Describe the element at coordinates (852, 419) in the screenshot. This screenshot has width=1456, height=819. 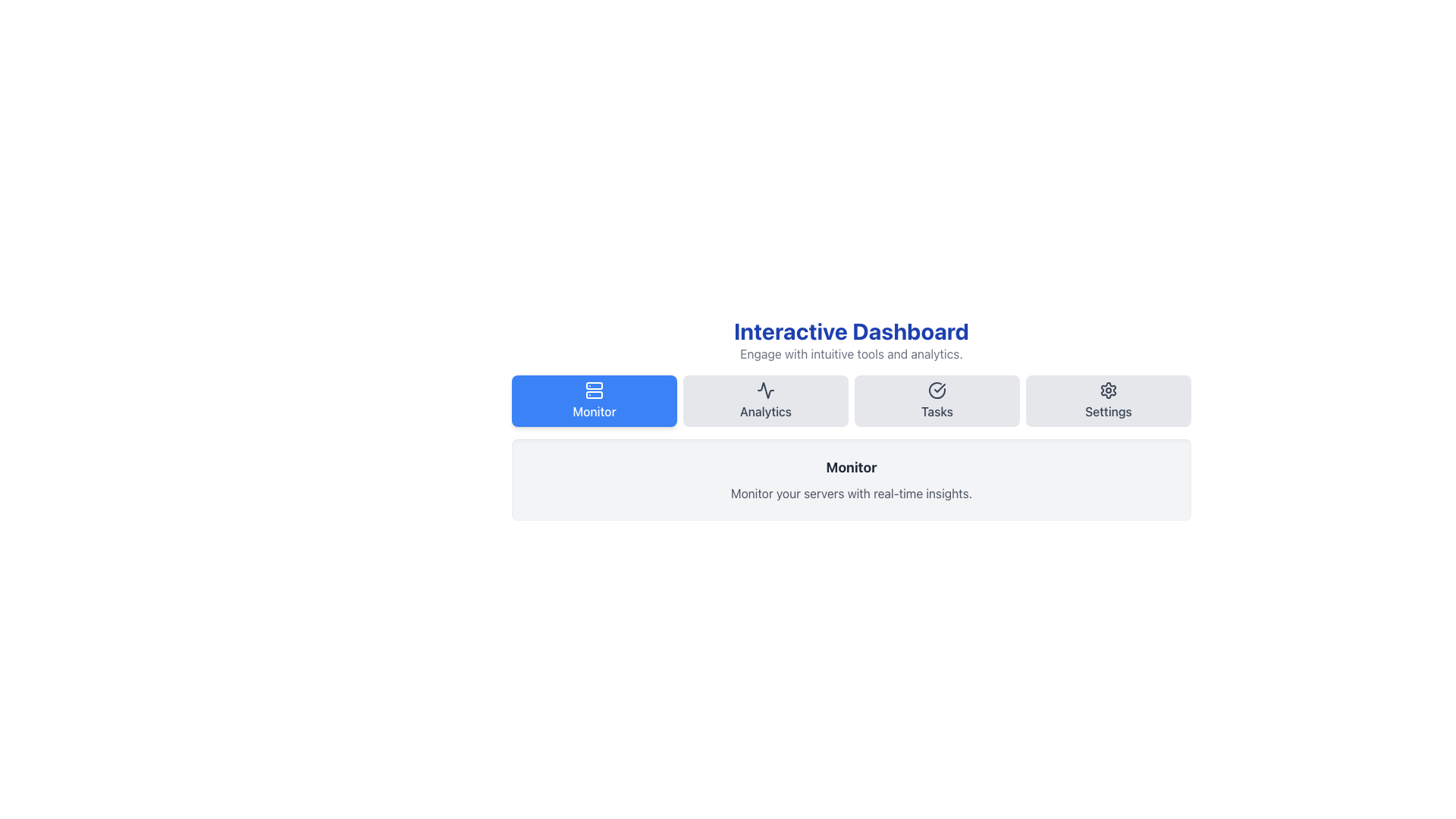
I see `the title 'Interactive Dashboard'` at that location.